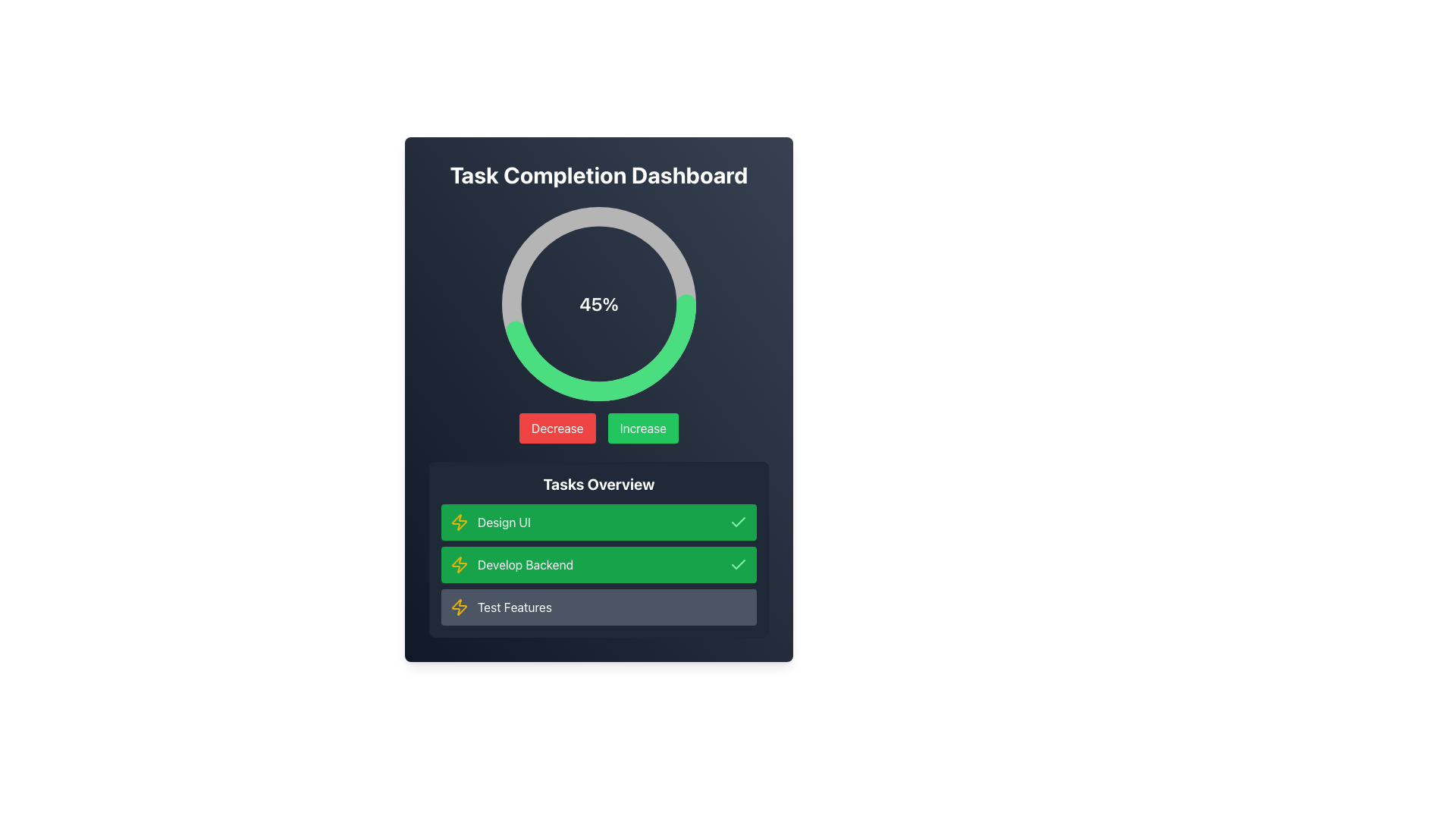  I want to click on the lightning bolt icon with a yellow color and 'zap' symbol, located within a rectangular green background indicating an active task, positioned to the left of the 'Develop Backend' text in the second row of the task overview section, so click(458, 564).